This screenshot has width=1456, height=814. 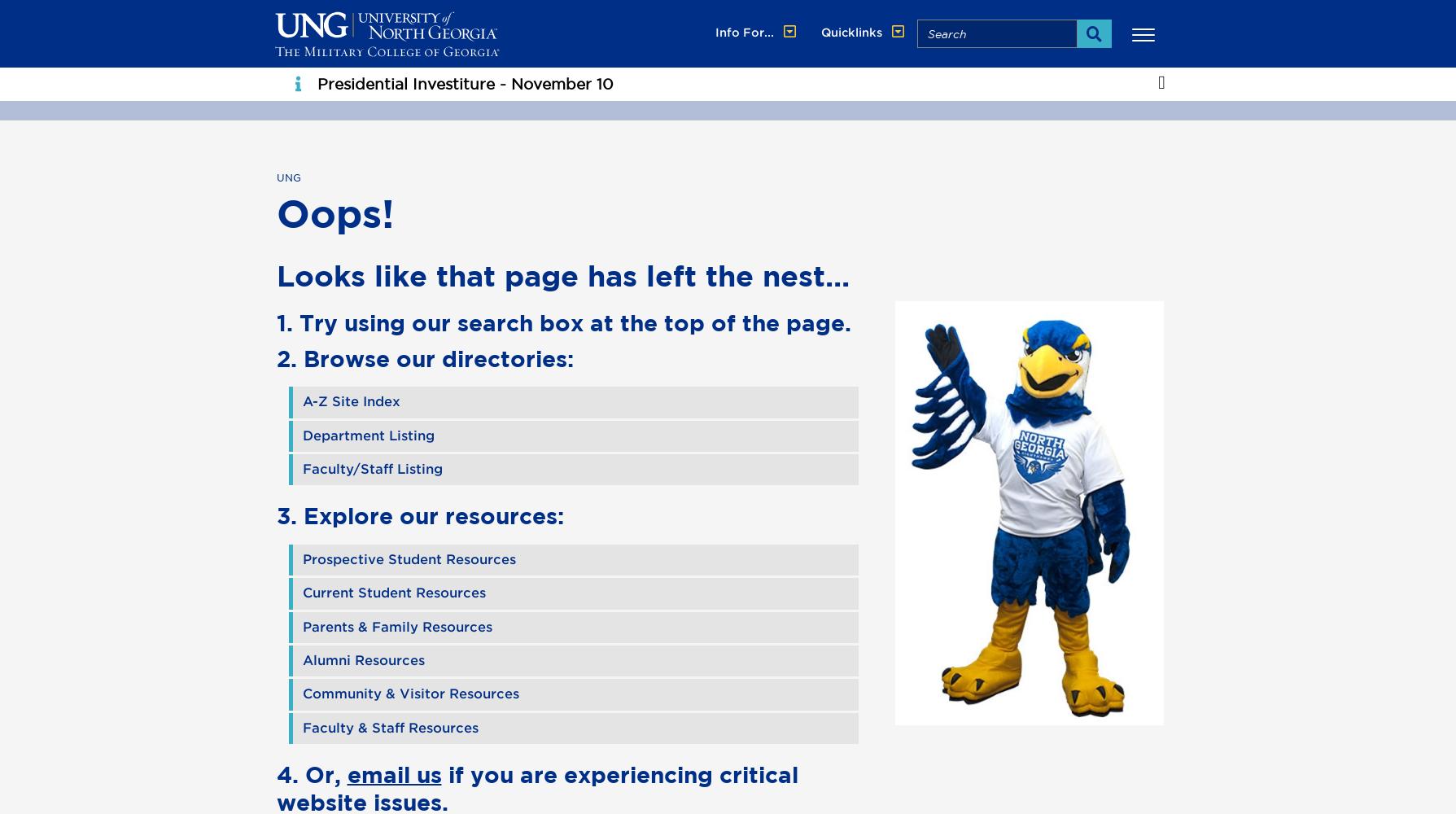 I want to click on '2. Browse our directories:', so click(x=423, y=357).